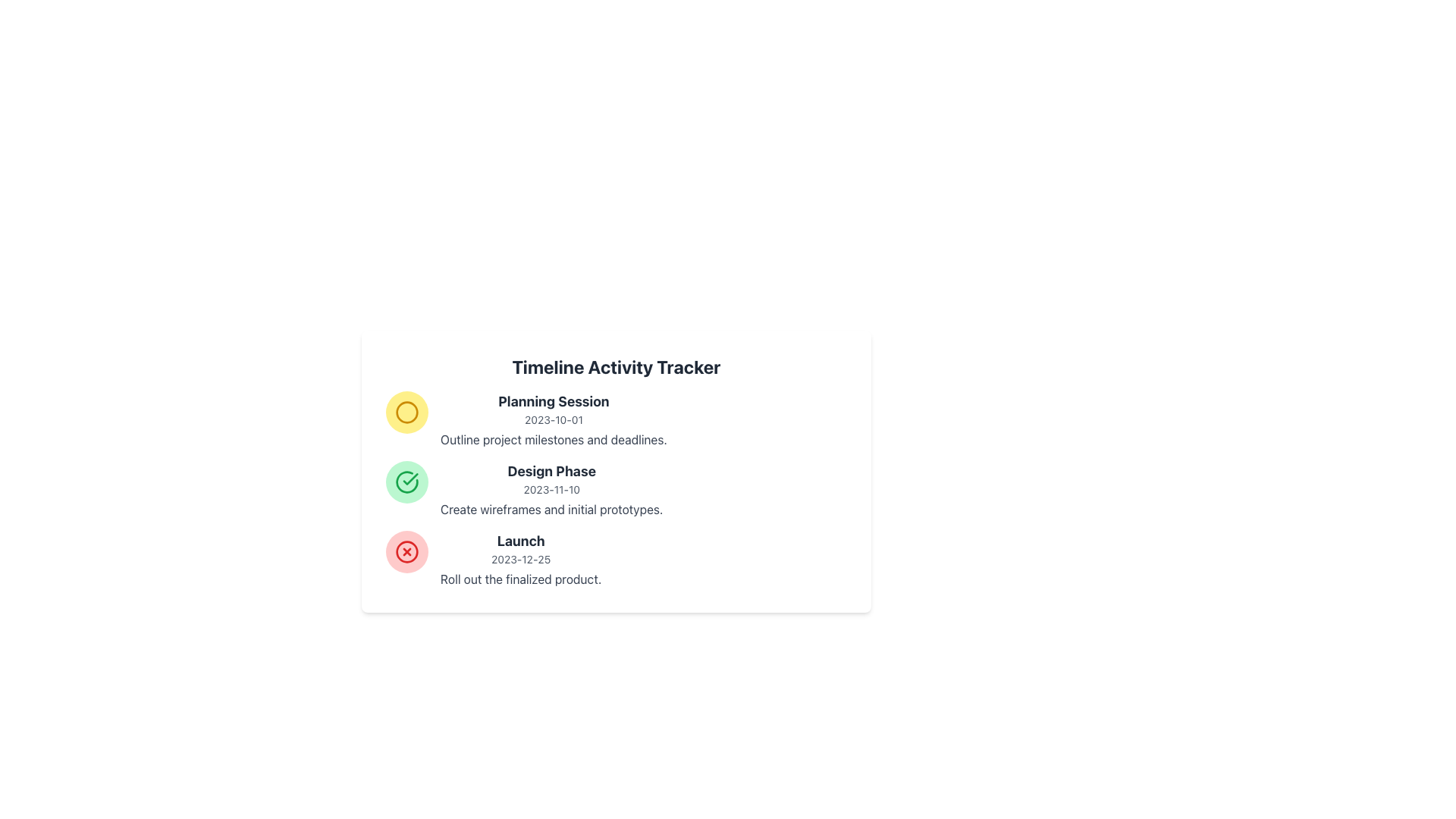 The width and height of the screenshot is (1456, 819). I want to click on the decorative circle icon associated with the 'Planning Session' item in the timeline list, located at the upper-left corner of the 'Timeline Activity Tracker' section, so click(407, 412).